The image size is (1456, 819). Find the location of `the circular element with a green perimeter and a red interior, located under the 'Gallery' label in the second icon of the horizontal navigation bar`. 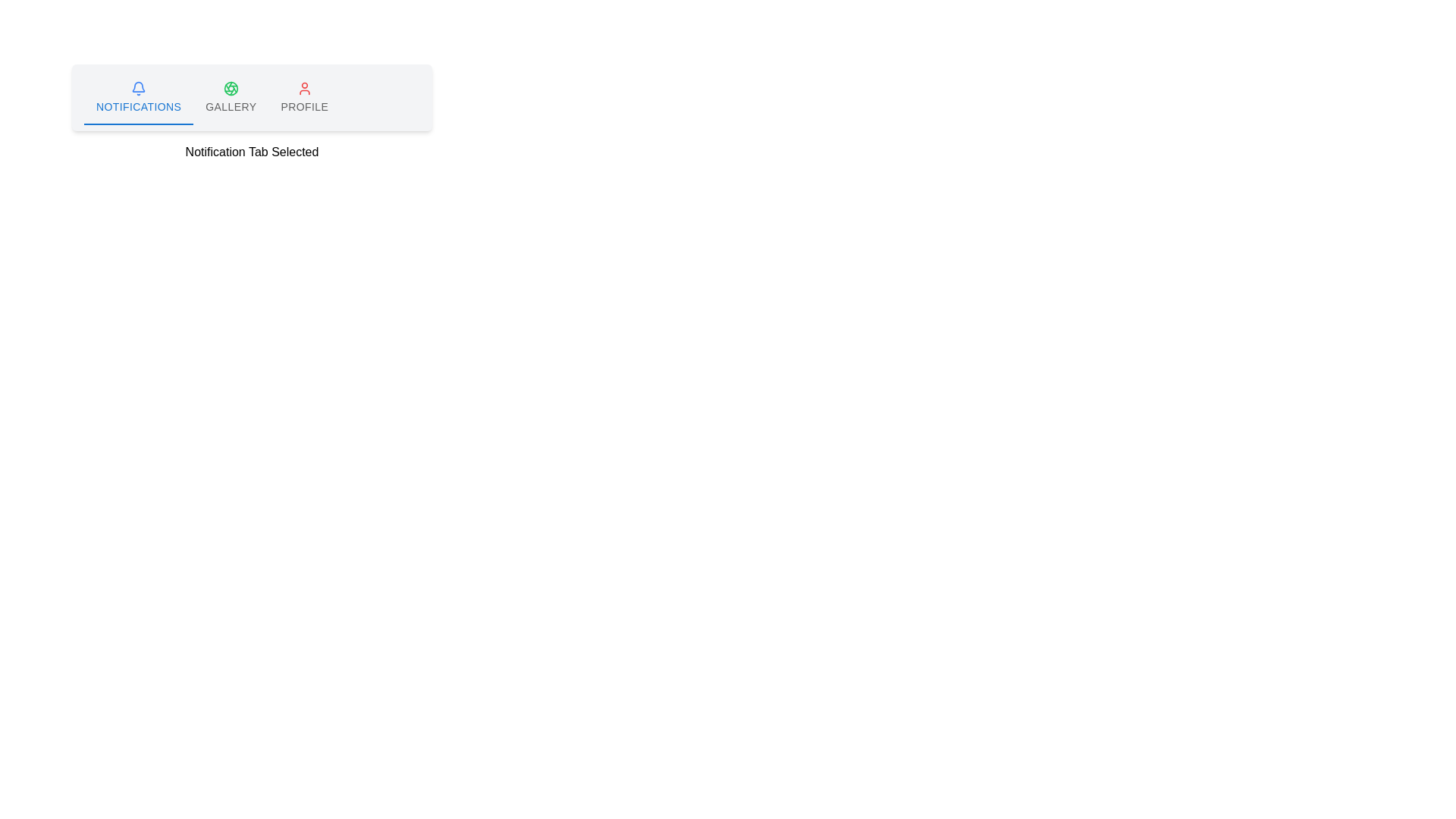

the circular element with a green perimeter and a red interior, located under the 'Gallery' label in the second icon of the horizontal navigation bar is located at coordinates (230, 89).